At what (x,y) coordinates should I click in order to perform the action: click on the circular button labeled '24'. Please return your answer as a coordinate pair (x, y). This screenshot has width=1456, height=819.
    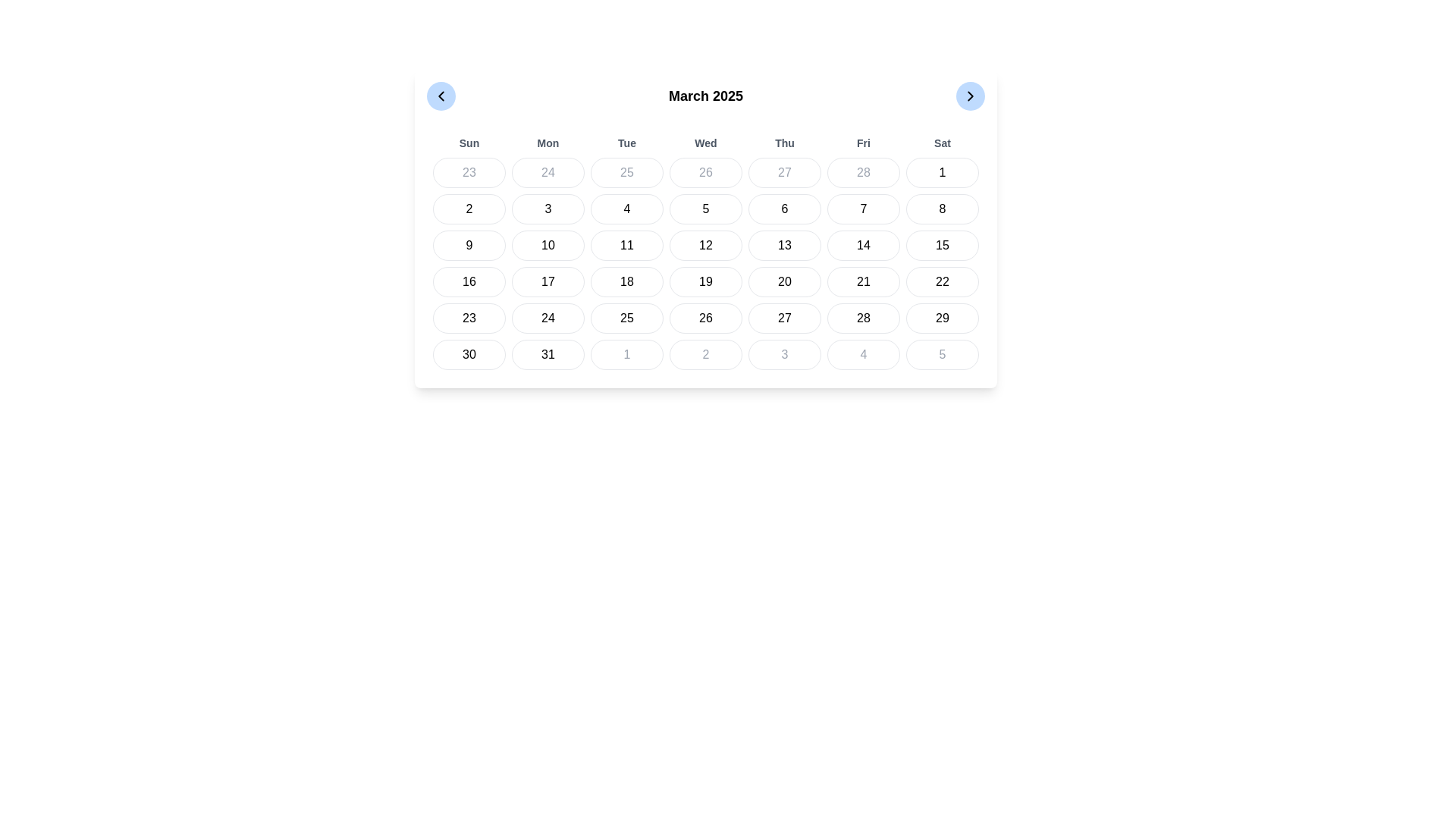
    Looking at the image, I should click on (548, 171).